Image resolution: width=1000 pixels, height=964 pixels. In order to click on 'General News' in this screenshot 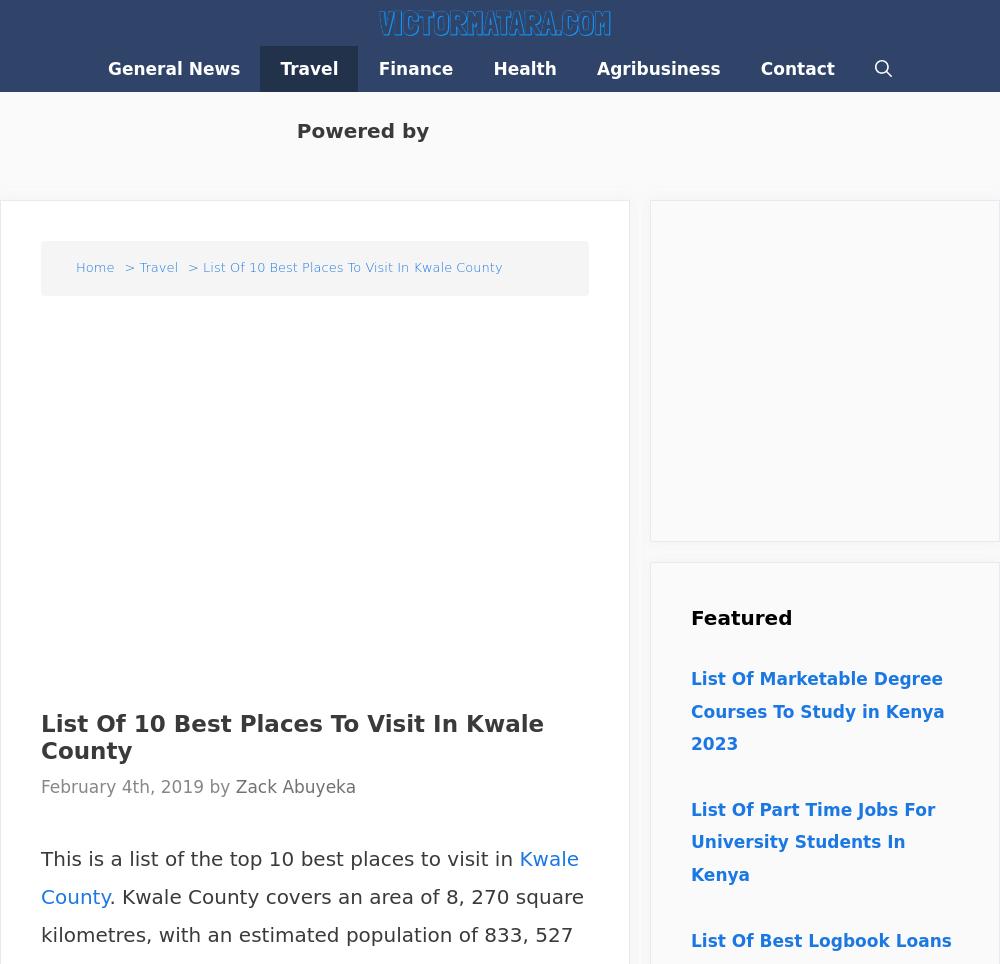, I will do `click(173, 69)`.